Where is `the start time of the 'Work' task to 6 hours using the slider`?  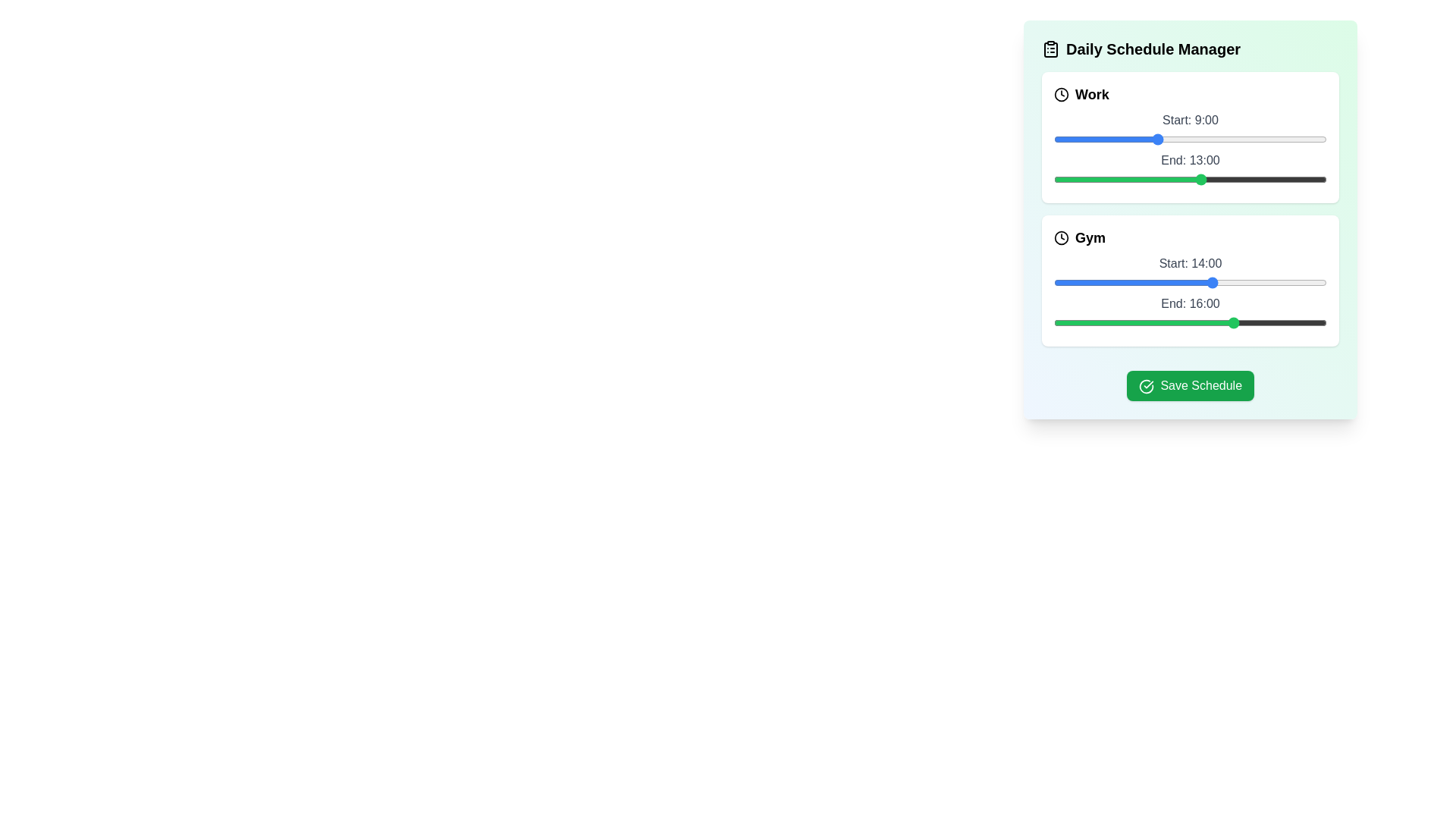 the start time of the 'Work' task to 6 hours using the slider is located at coordinates (1122, 140).